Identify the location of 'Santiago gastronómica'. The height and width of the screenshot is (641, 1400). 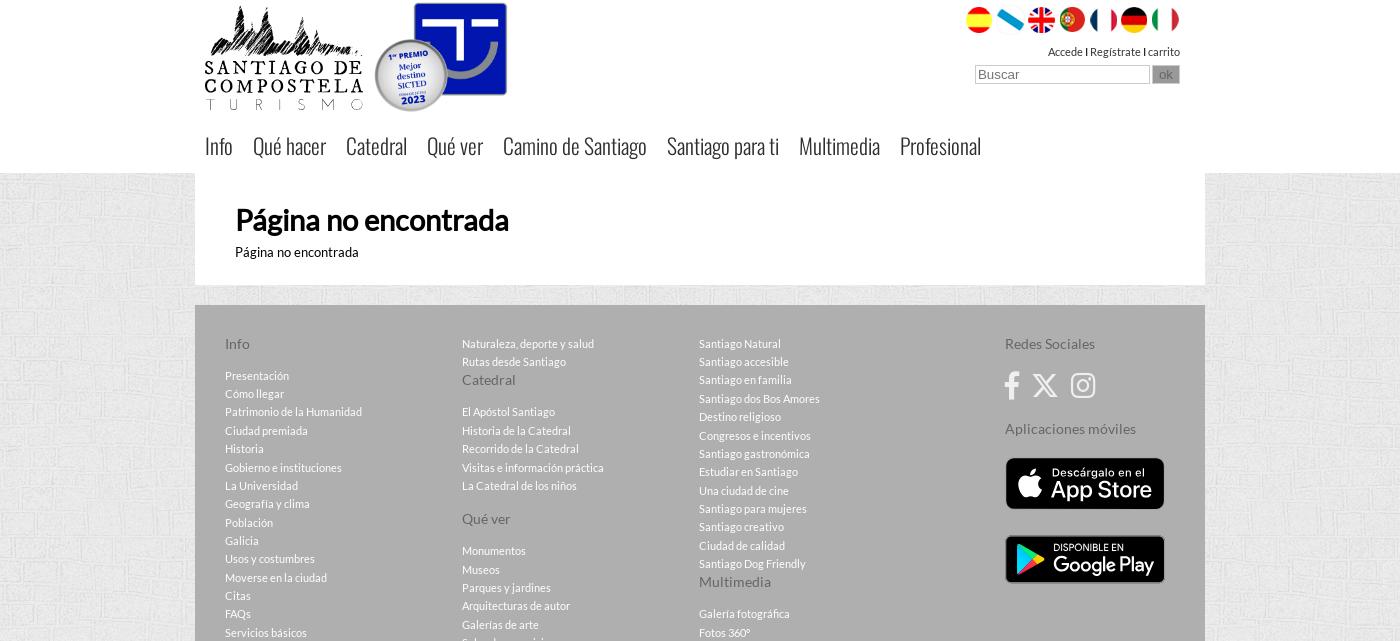
(754, 452).